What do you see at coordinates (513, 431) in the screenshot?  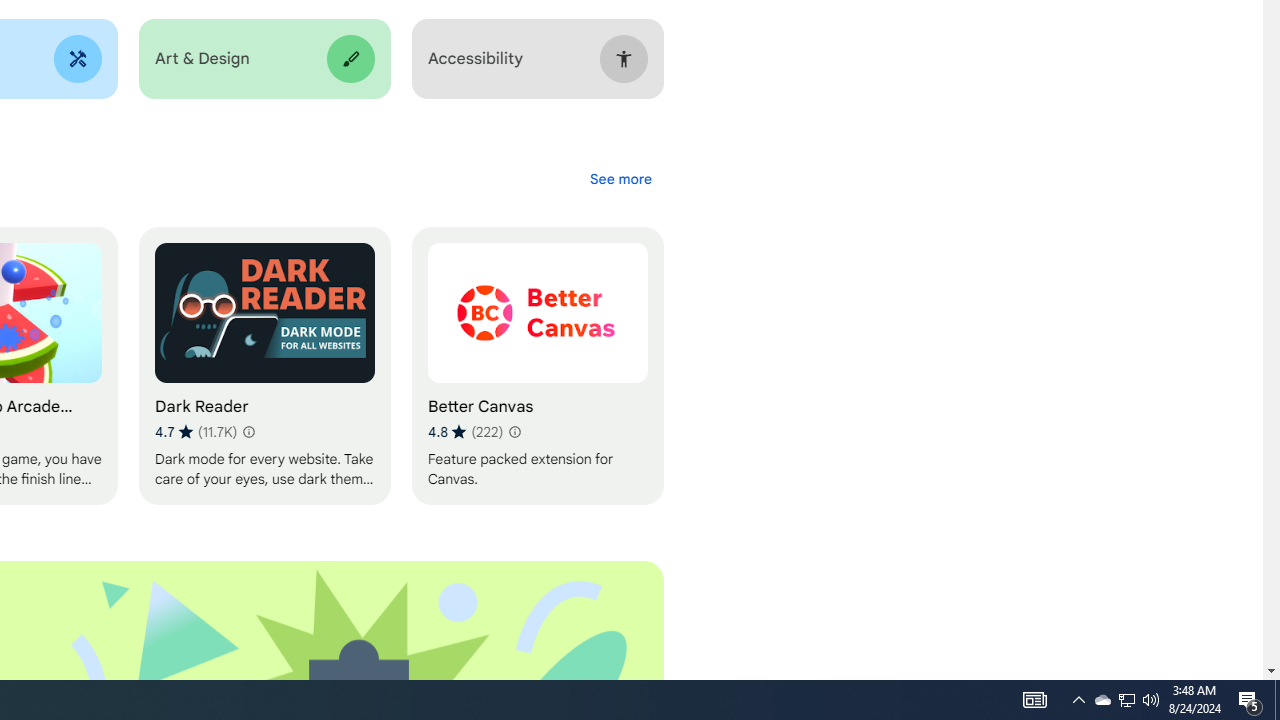 I see `'Learn more about results and reviews "Better Canvas"'` at bounding box center [513, 431].